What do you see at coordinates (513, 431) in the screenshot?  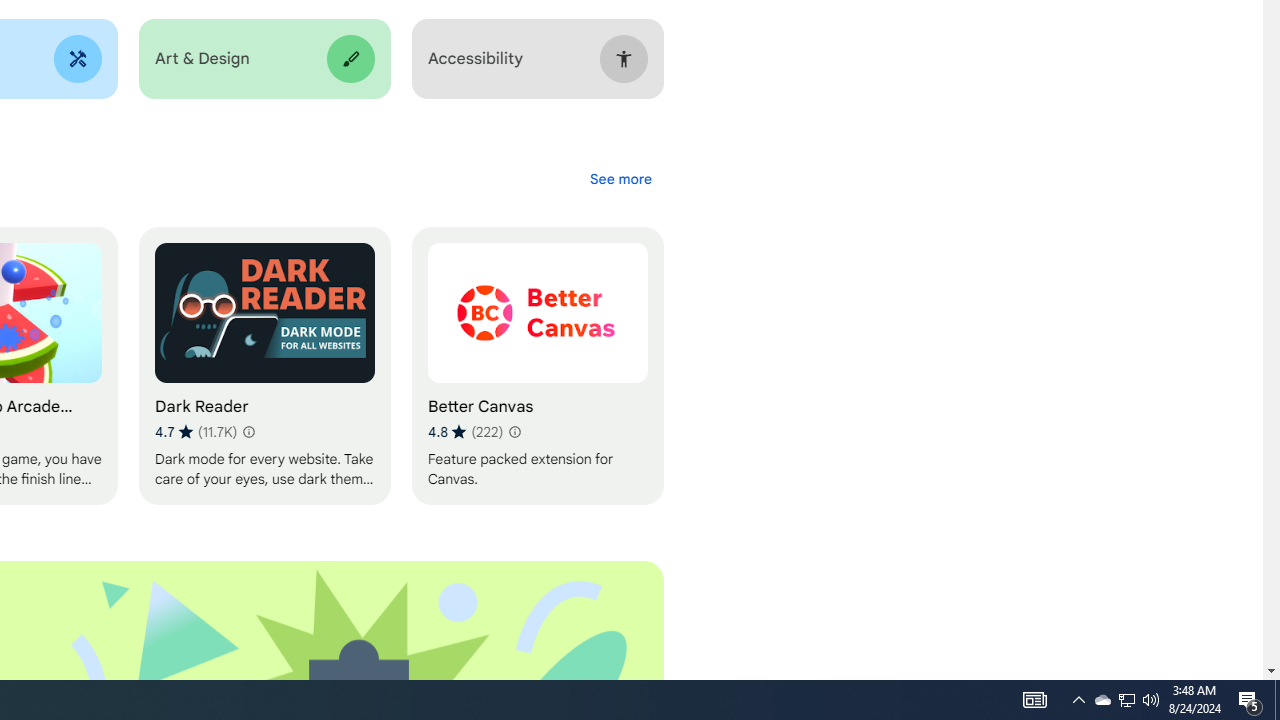 I see `'Learn more about results and reviews "Better Canvas"'` at bounding box center [513, 431].